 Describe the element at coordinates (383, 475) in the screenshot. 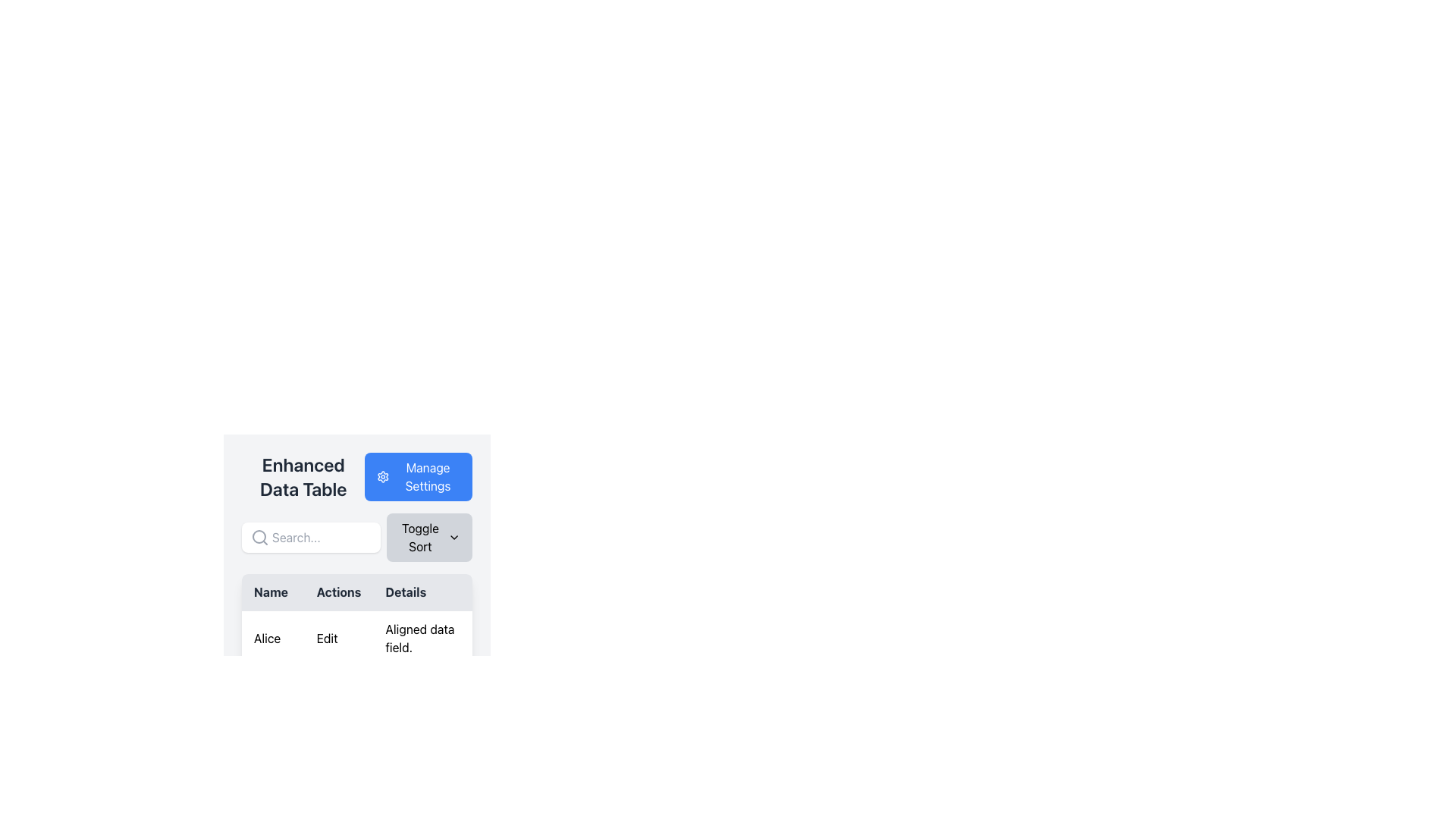

I see `the settings icon located to the left of the 'Manage Settings' text within the blue button group at the top-right corner of the 'Enhanced Data Table' UI card` at that location.